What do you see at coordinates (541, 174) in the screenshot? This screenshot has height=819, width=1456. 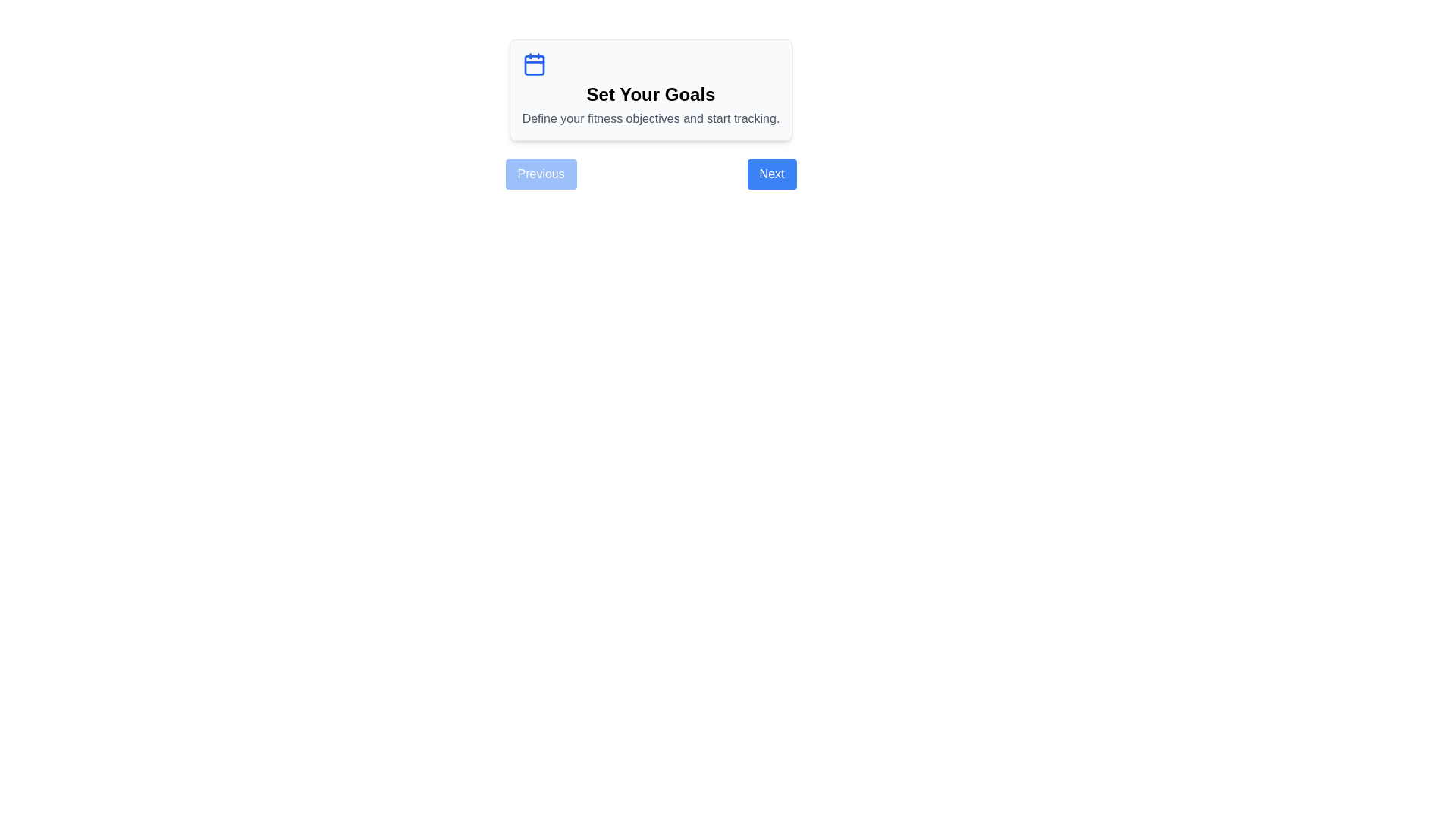 I see `the 'Previous' button, which is a rectangular button with rounded corners, a blue background, and white text` at bounding box center [541, 174].